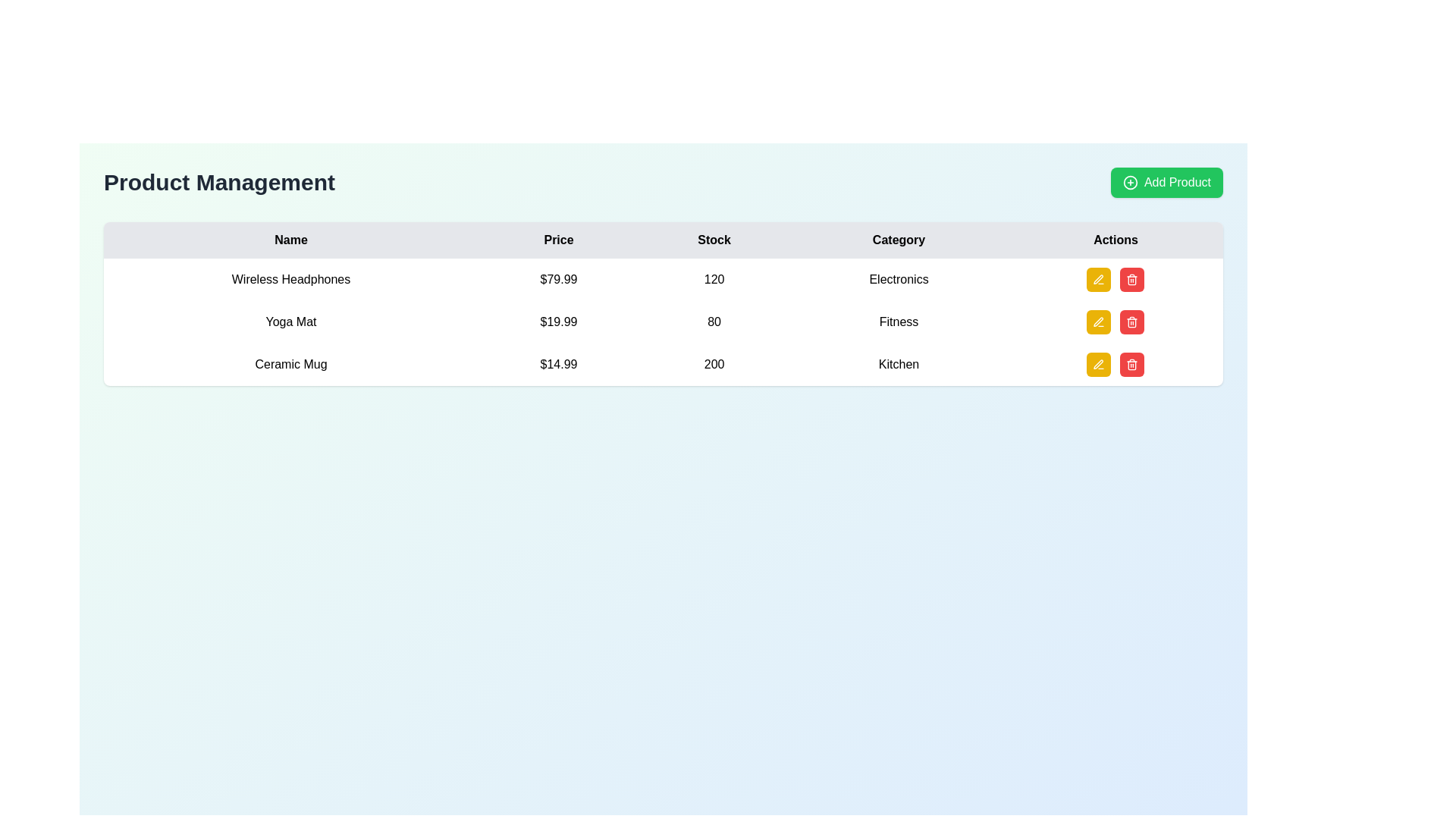 The image size is (1456, 819). Describe the element at coordinates (1132, 281) in the screenshot. I see `the main outline of the trash bin icon located in the 'Actions' column for the third item in the product table, which signifies deletion` at that location.